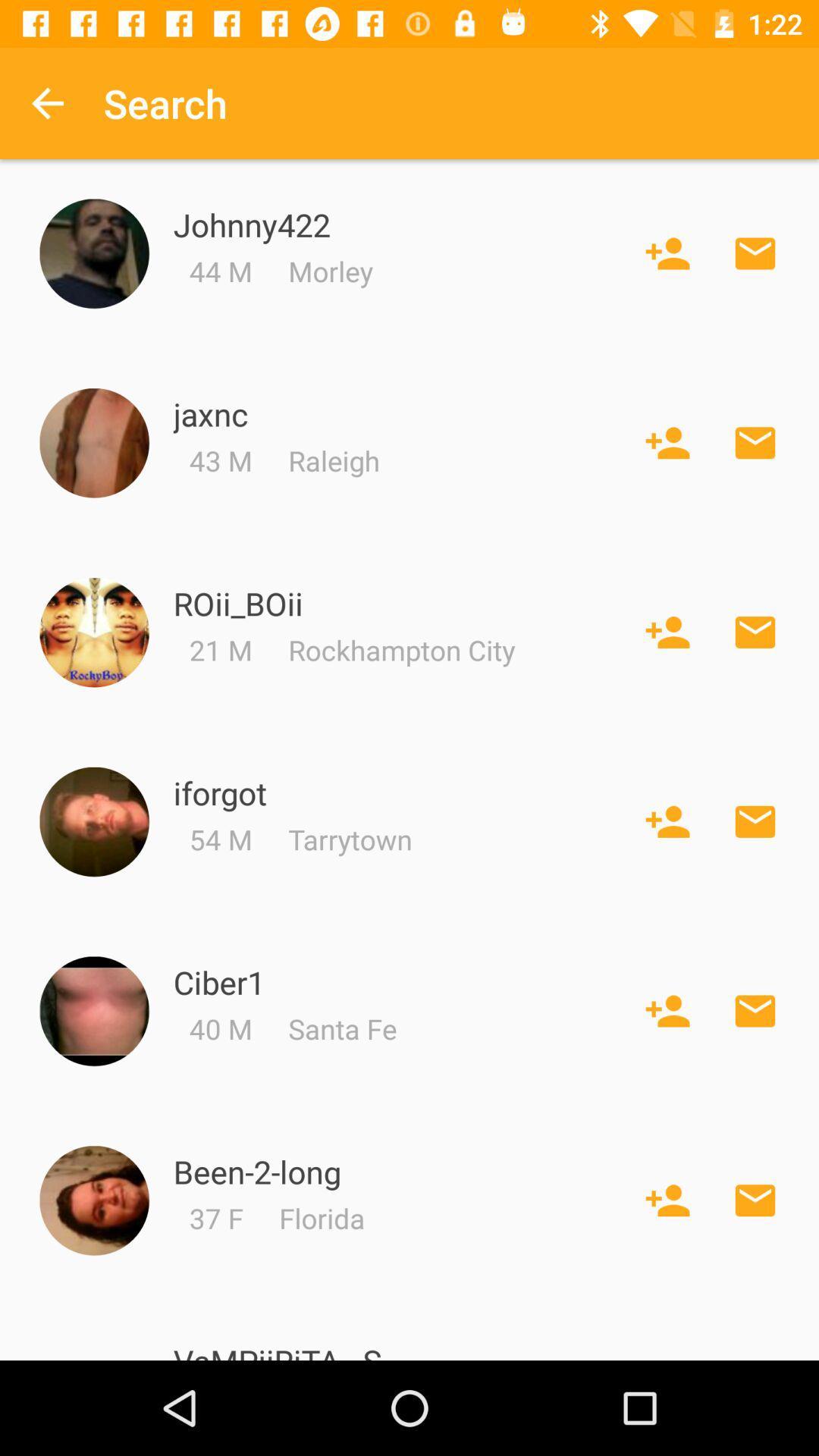 This screenshot has width=819, height=1456. I want to click on open profile, so click(94, 1011).